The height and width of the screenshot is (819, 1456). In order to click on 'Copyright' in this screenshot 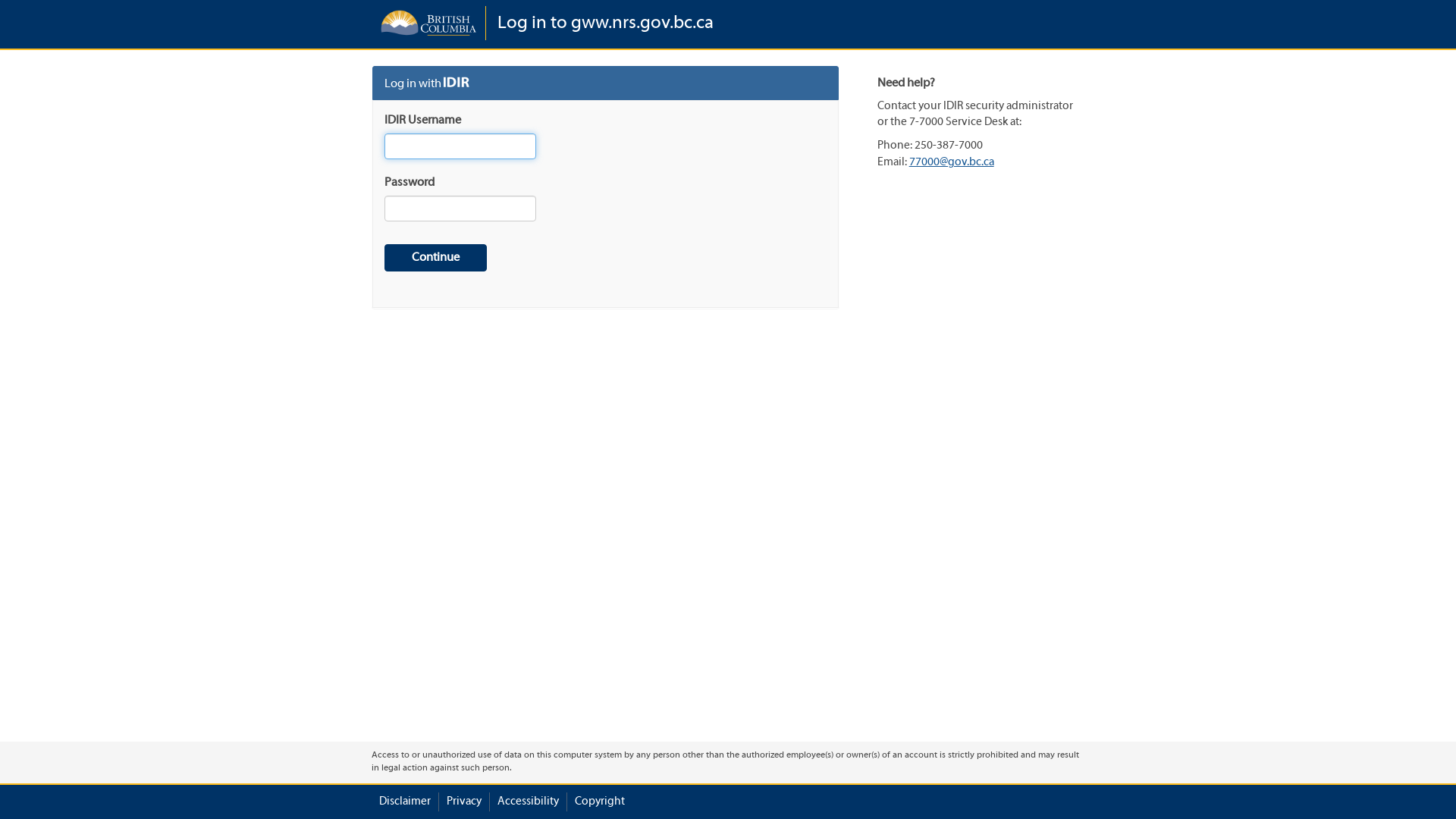, I will do `click(599, 801)`.